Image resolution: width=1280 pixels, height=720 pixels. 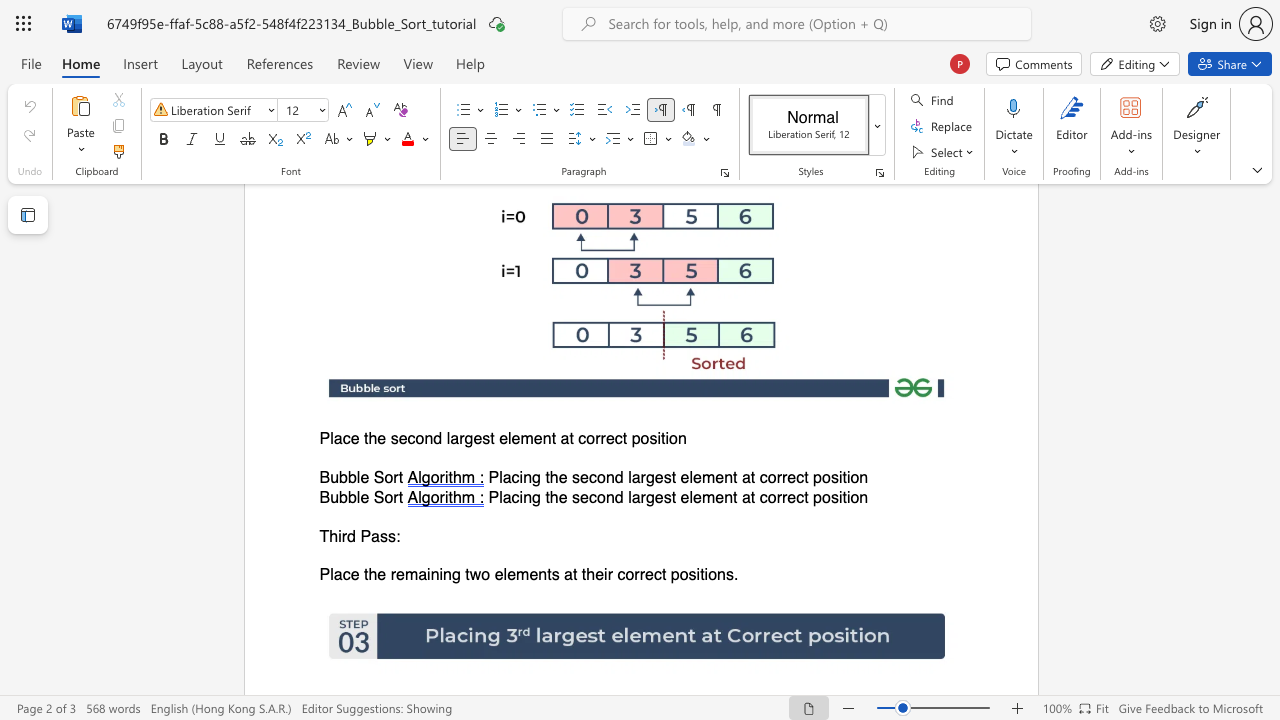 What do you see at coordinates (342, 535) in the screenshot?
I see `the space between the continuous character "i" and "r" in the text` at bounding box center [342, 535].